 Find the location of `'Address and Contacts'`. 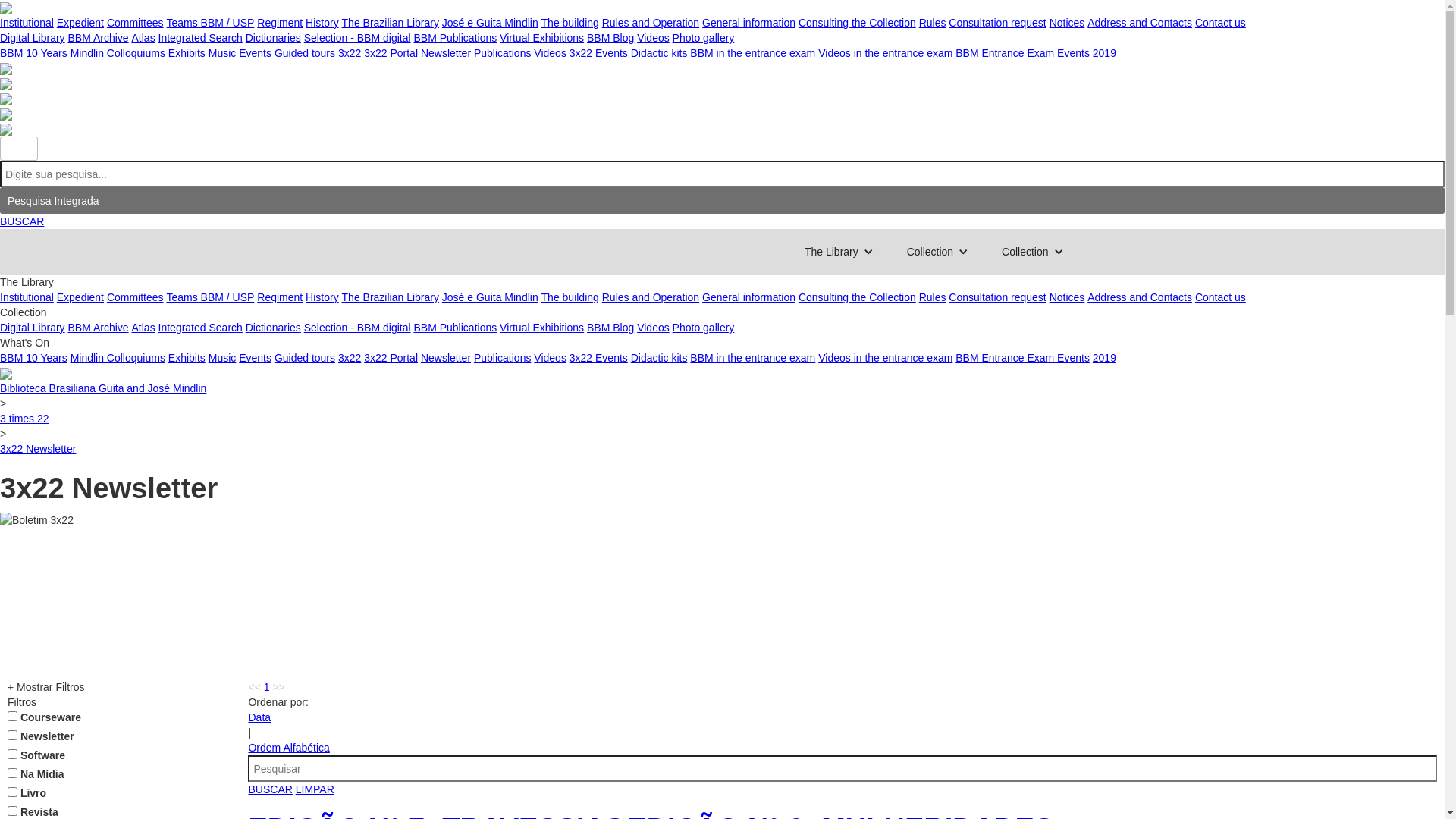

'Address and Contacts' is located at coordinates (1087, 23).